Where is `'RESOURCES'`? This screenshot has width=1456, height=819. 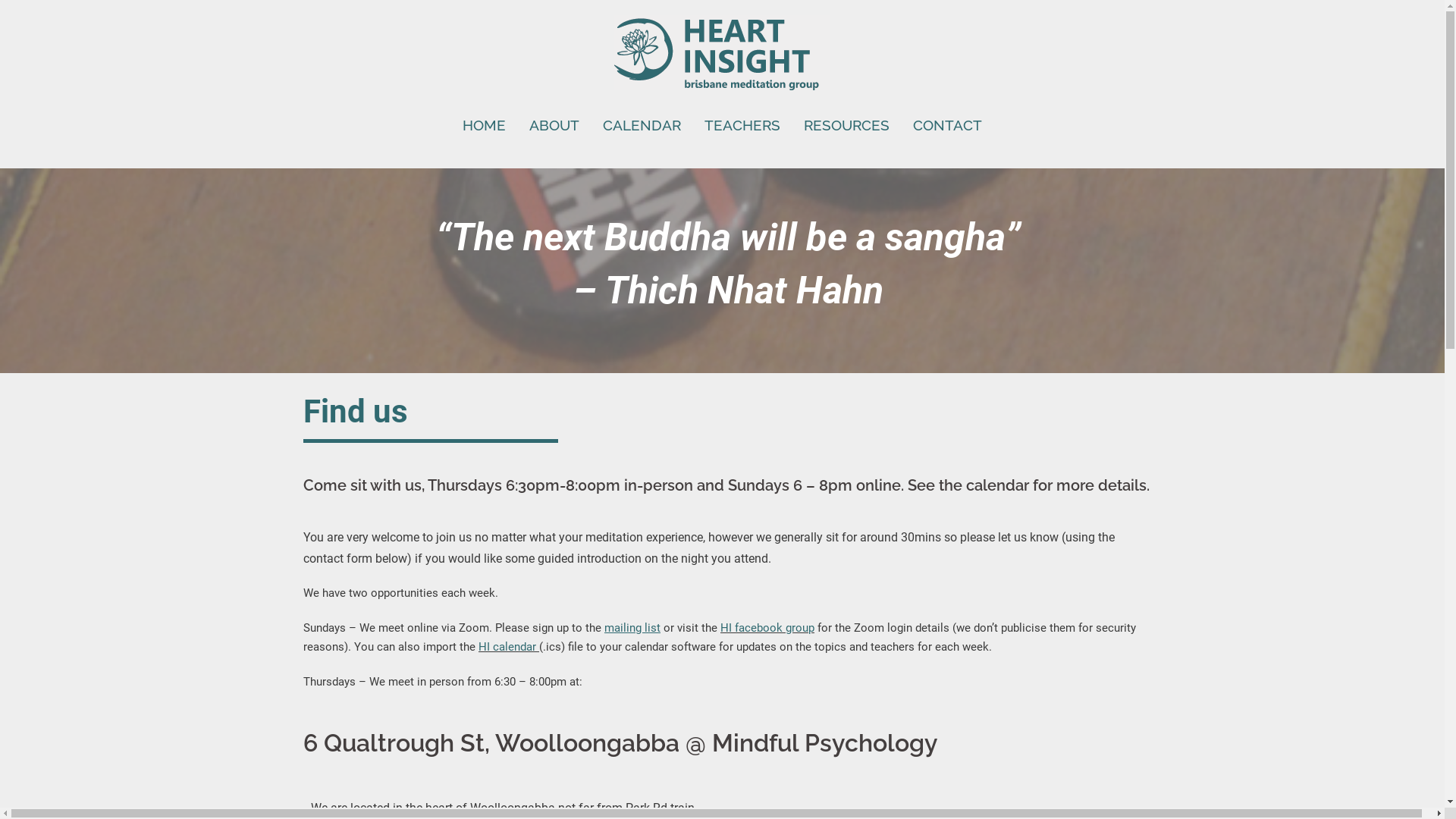
'RESOURCES' is located at coordinates (846, 124).